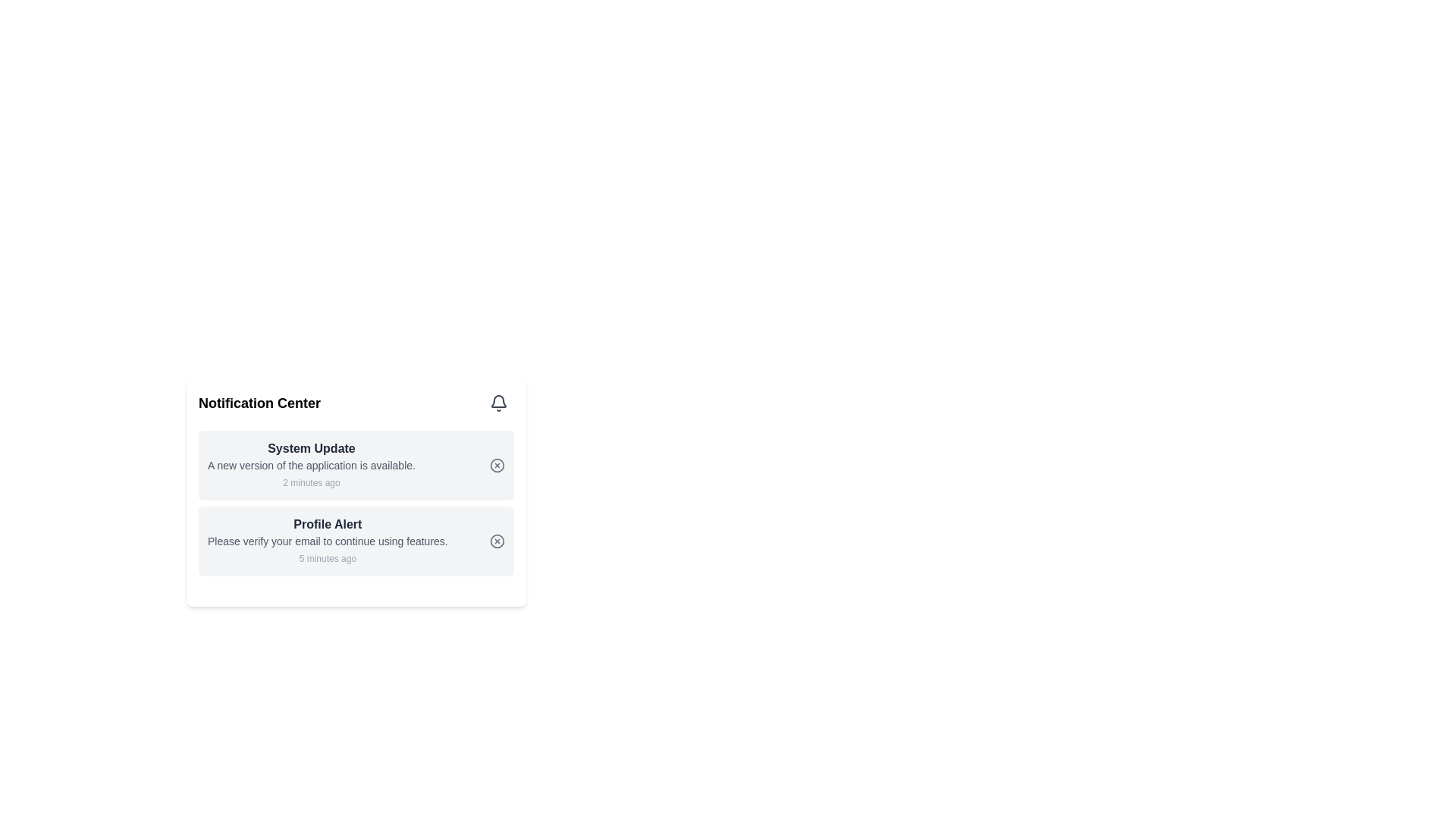 The height and width of the screenshot is (819, 1456). What do you see at coordinates (311, 447) in the screenshot?
I see `the text label that reads 'System Update', which is prominently displayed at the top of a notification card in dark gray bold font` at bounding box center [311, 447].